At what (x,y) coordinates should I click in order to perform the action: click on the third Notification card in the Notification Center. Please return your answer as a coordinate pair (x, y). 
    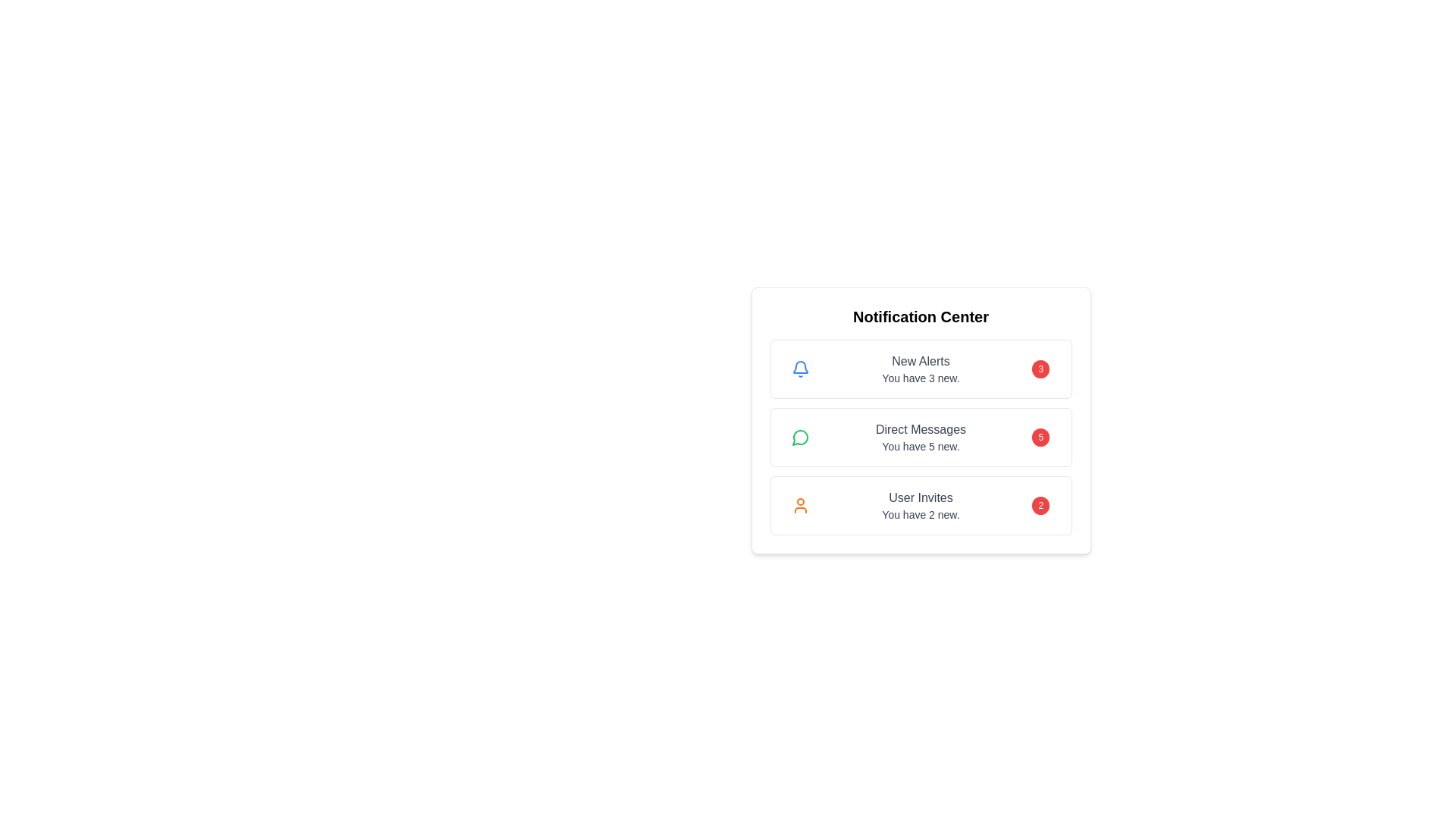
    Looking at the image, I should click on (920, 506).